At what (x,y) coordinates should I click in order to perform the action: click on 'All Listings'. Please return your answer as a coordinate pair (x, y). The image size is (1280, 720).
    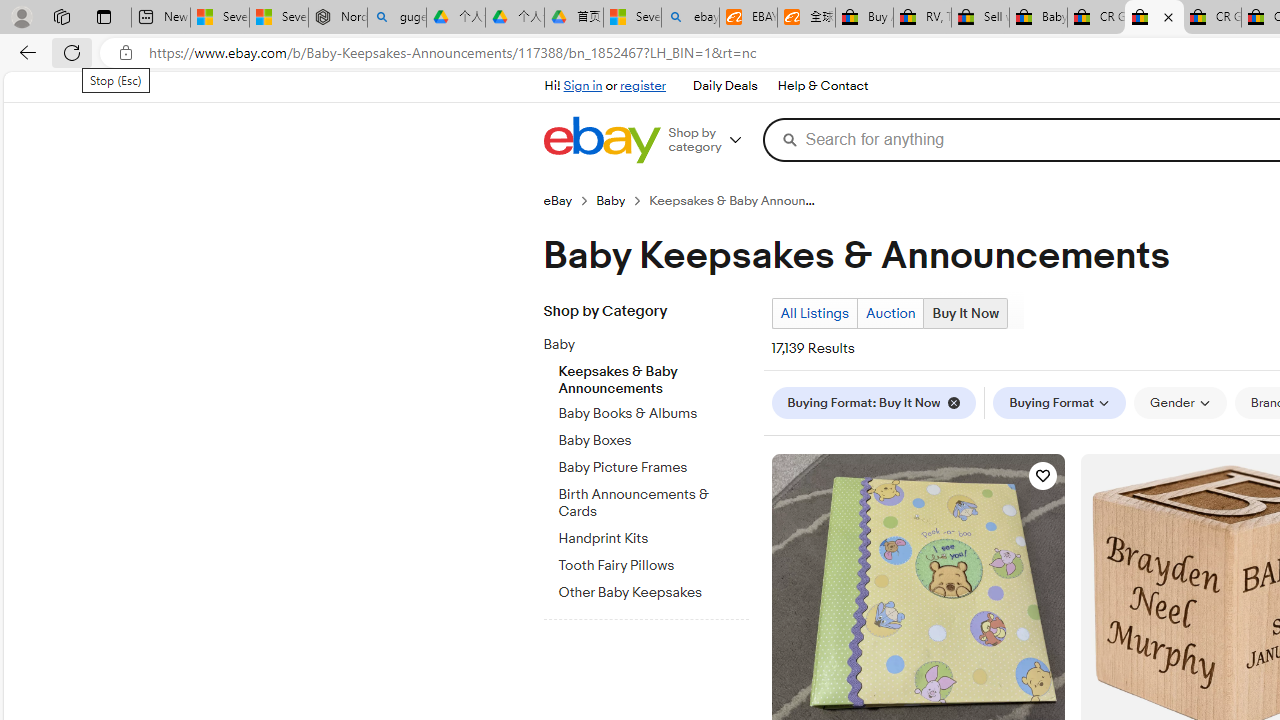
    Looking at the image, I should click on (814, 313).